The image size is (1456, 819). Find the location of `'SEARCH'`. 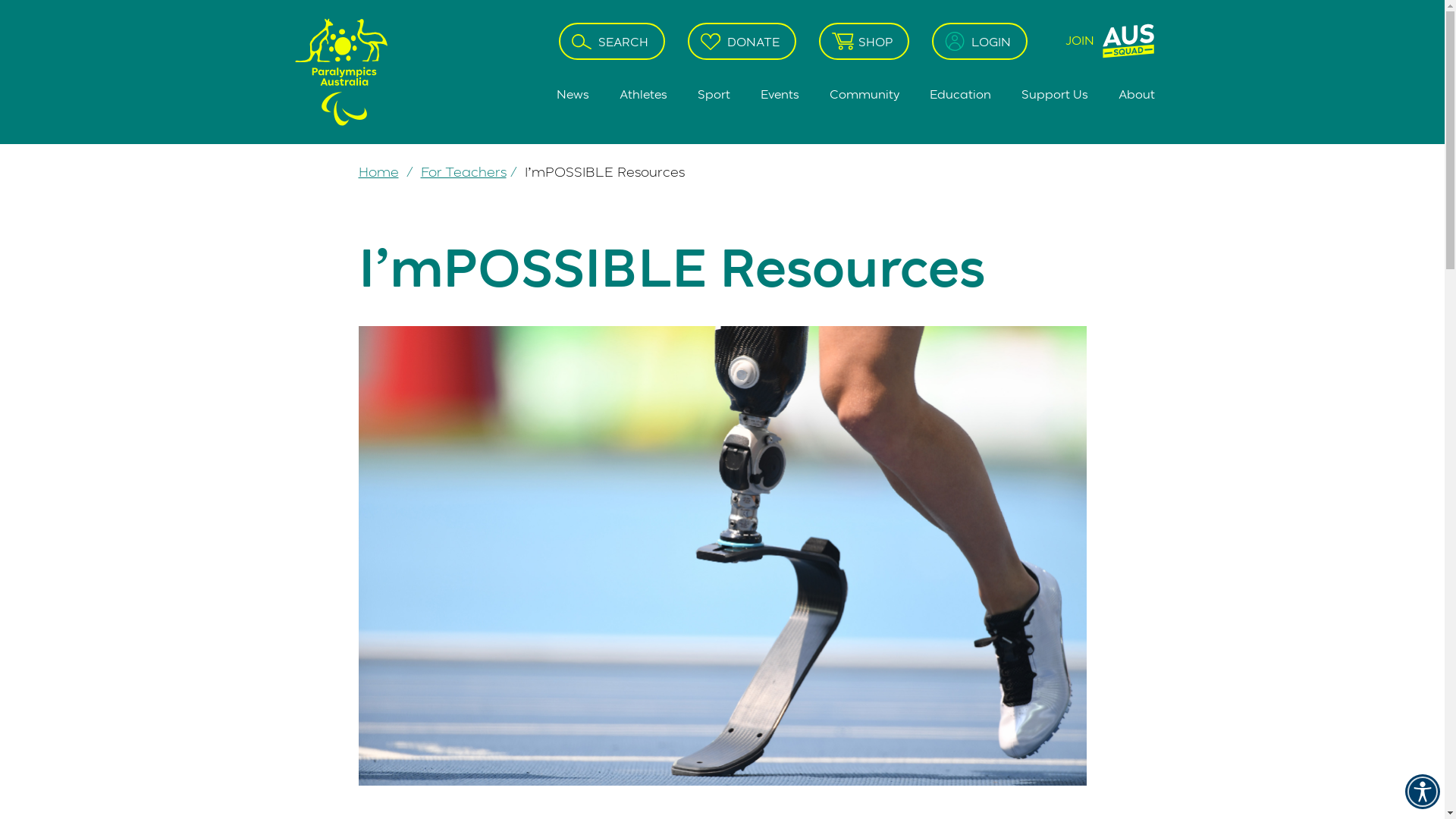

'SEARCH' is located at coordinates (611, 40).